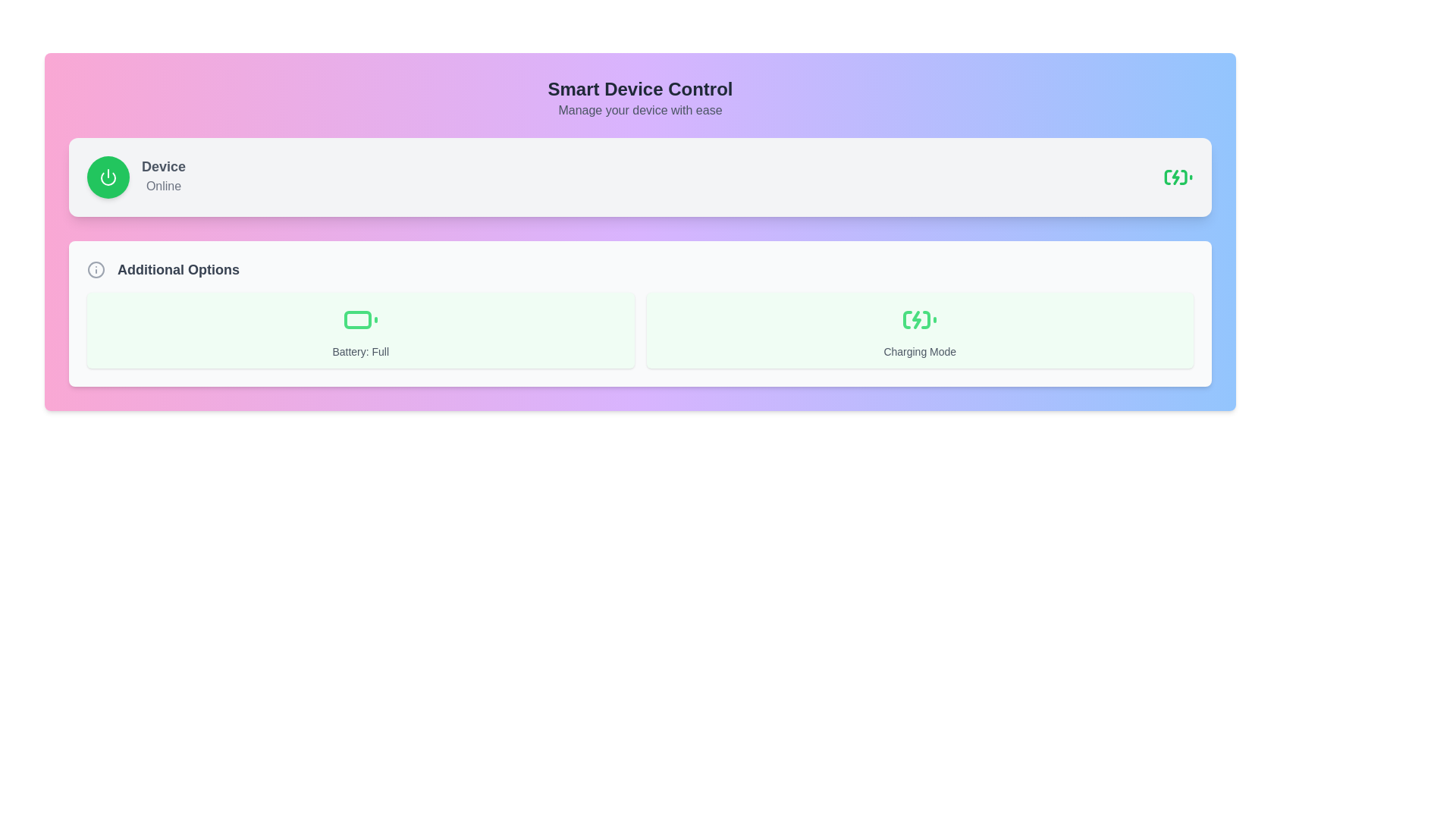 The height and width of the screenshot is (819, 1456). What do you see at coordinates (95, 268) in the screenshot?
I see `the informational icon located to the left of the text 'Additional Options', which provides additional information on hover or click` at bounding box center [95, 268].